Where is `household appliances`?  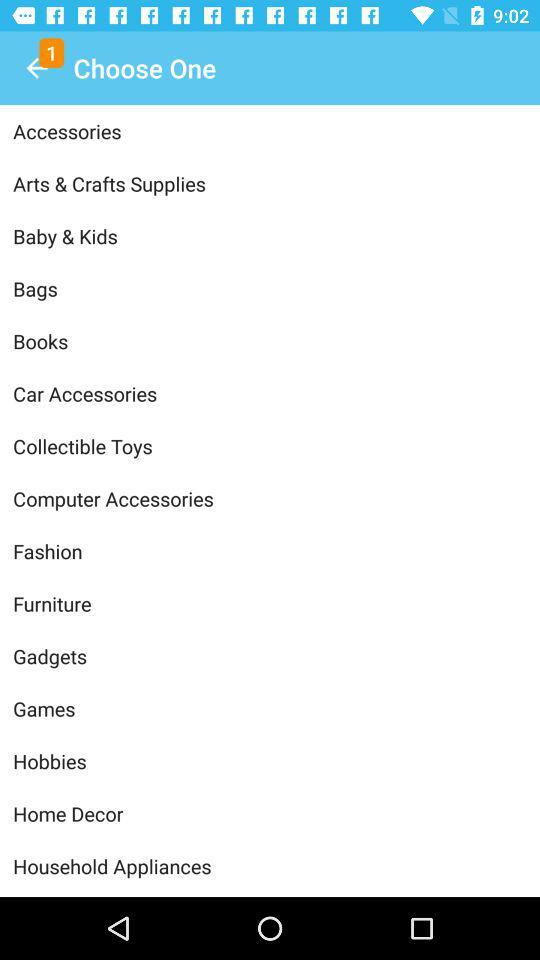 household appliances is located at coordinates (270, 865).